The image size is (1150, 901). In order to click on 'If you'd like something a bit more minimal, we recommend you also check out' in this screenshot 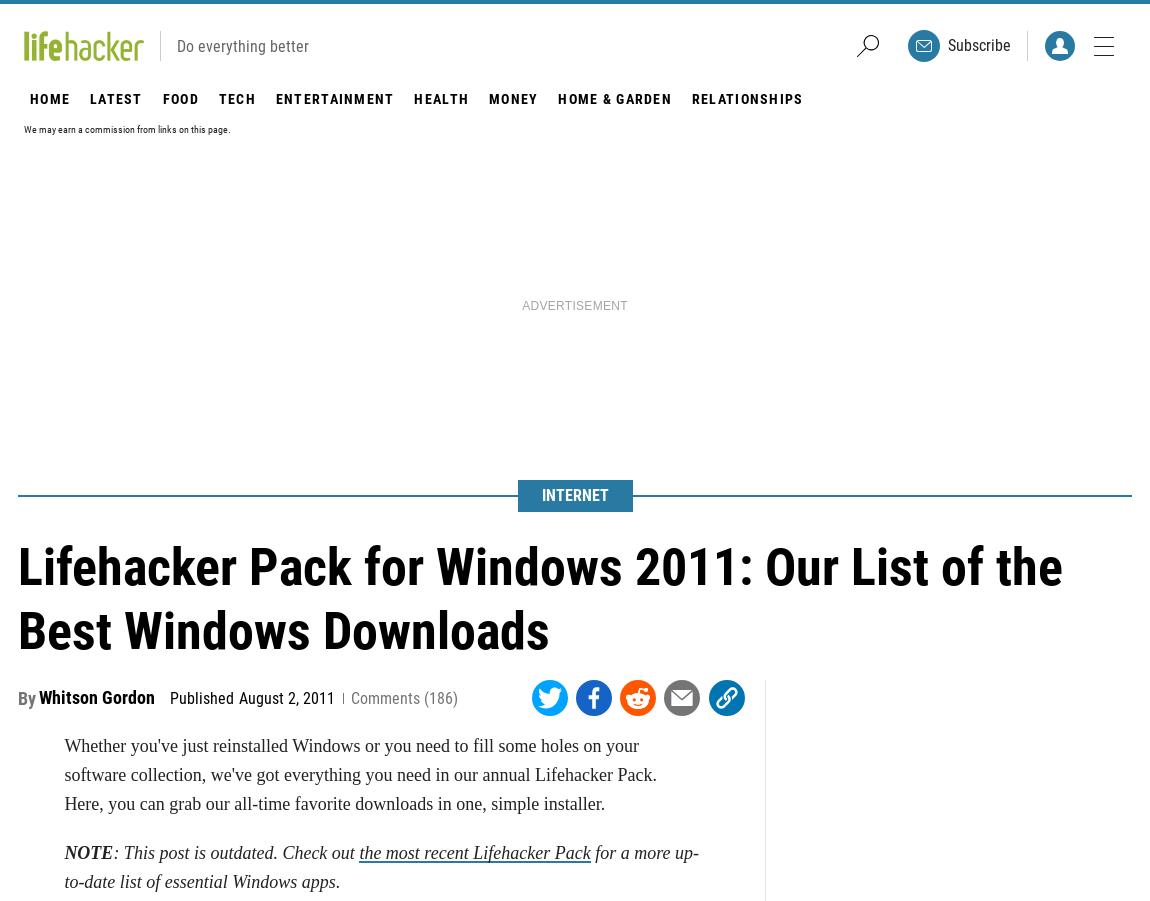, I will do `click(349, 12)`.